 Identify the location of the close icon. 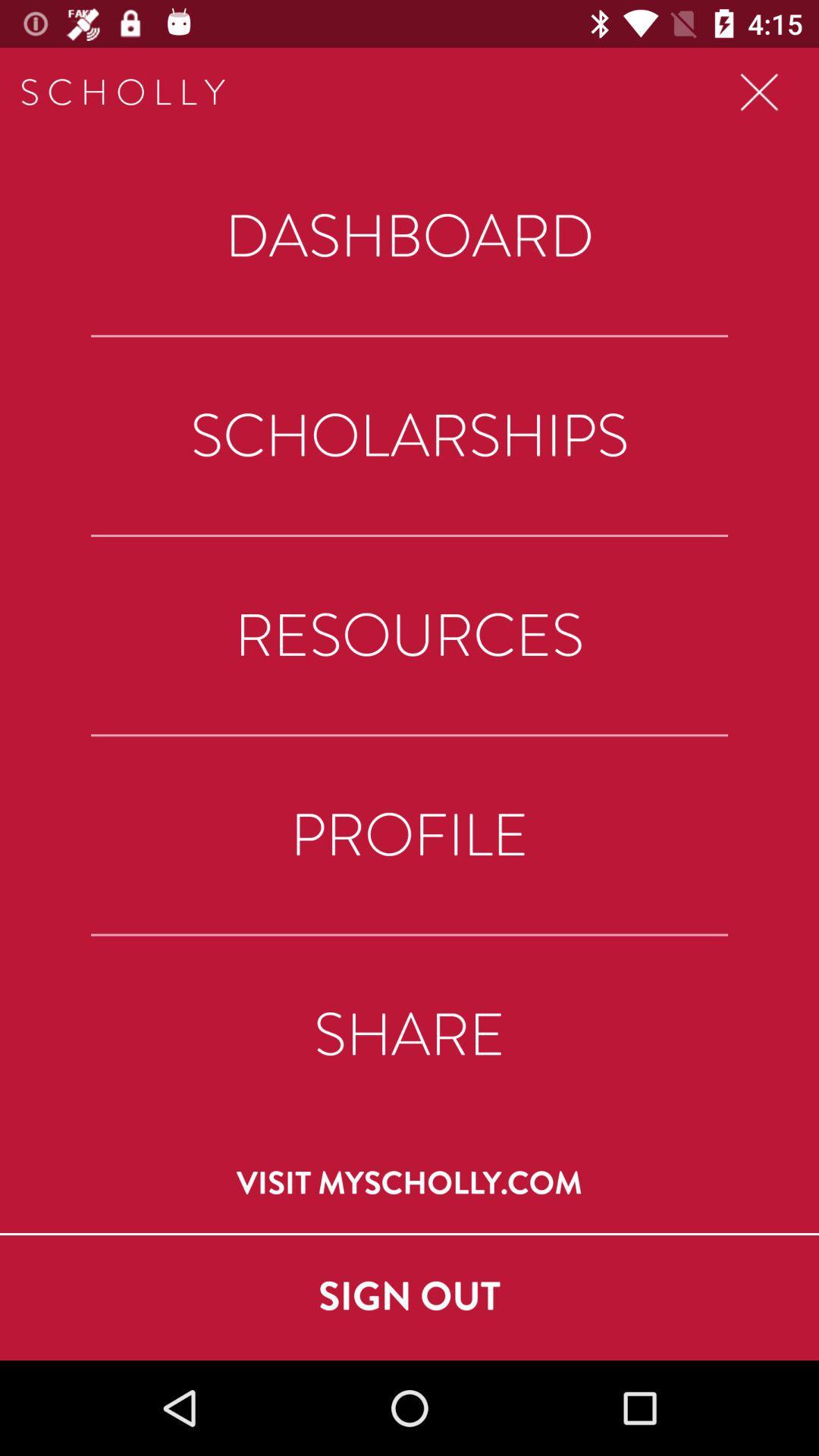
(759, 92).